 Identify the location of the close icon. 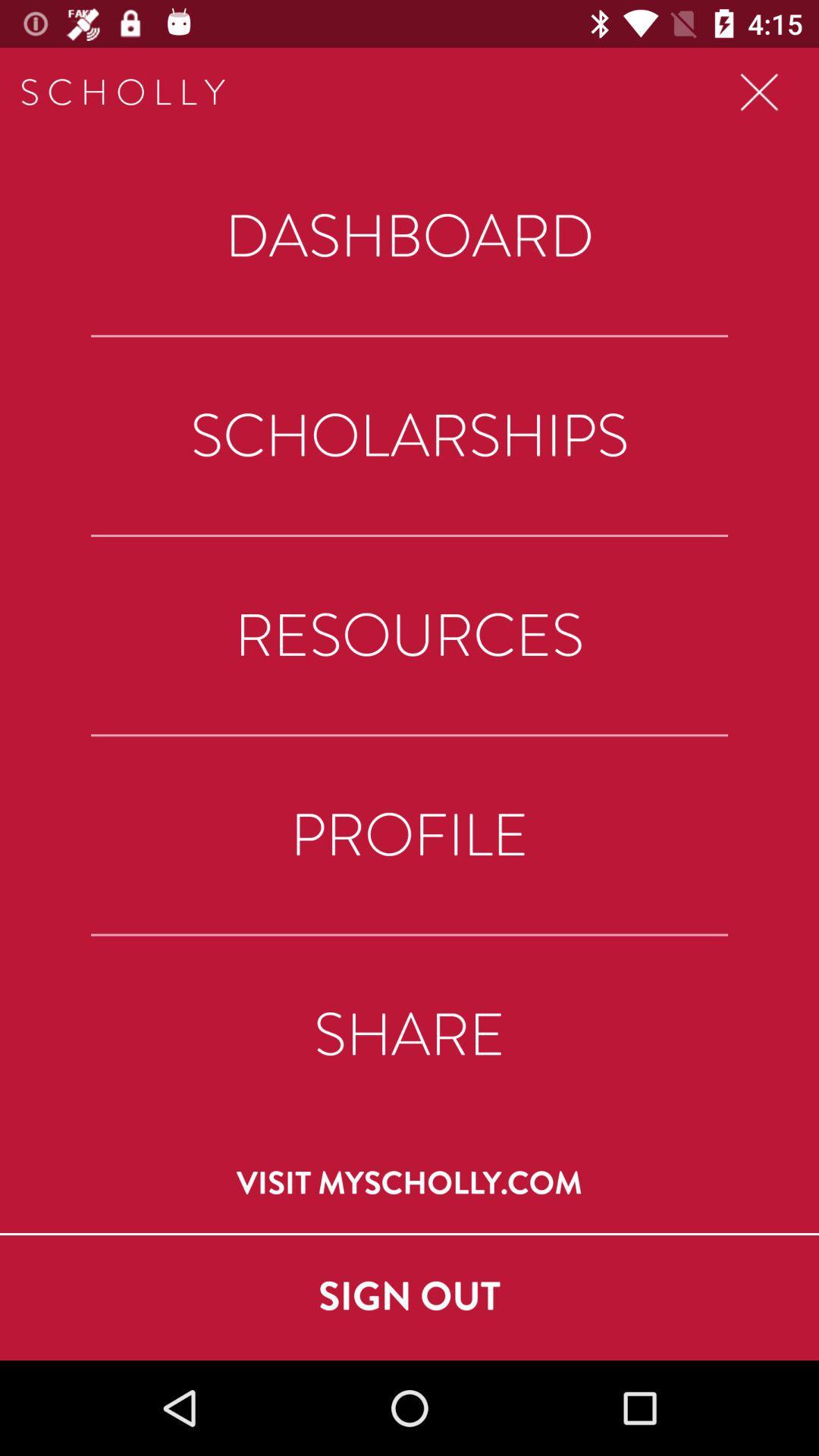
(759, 92).